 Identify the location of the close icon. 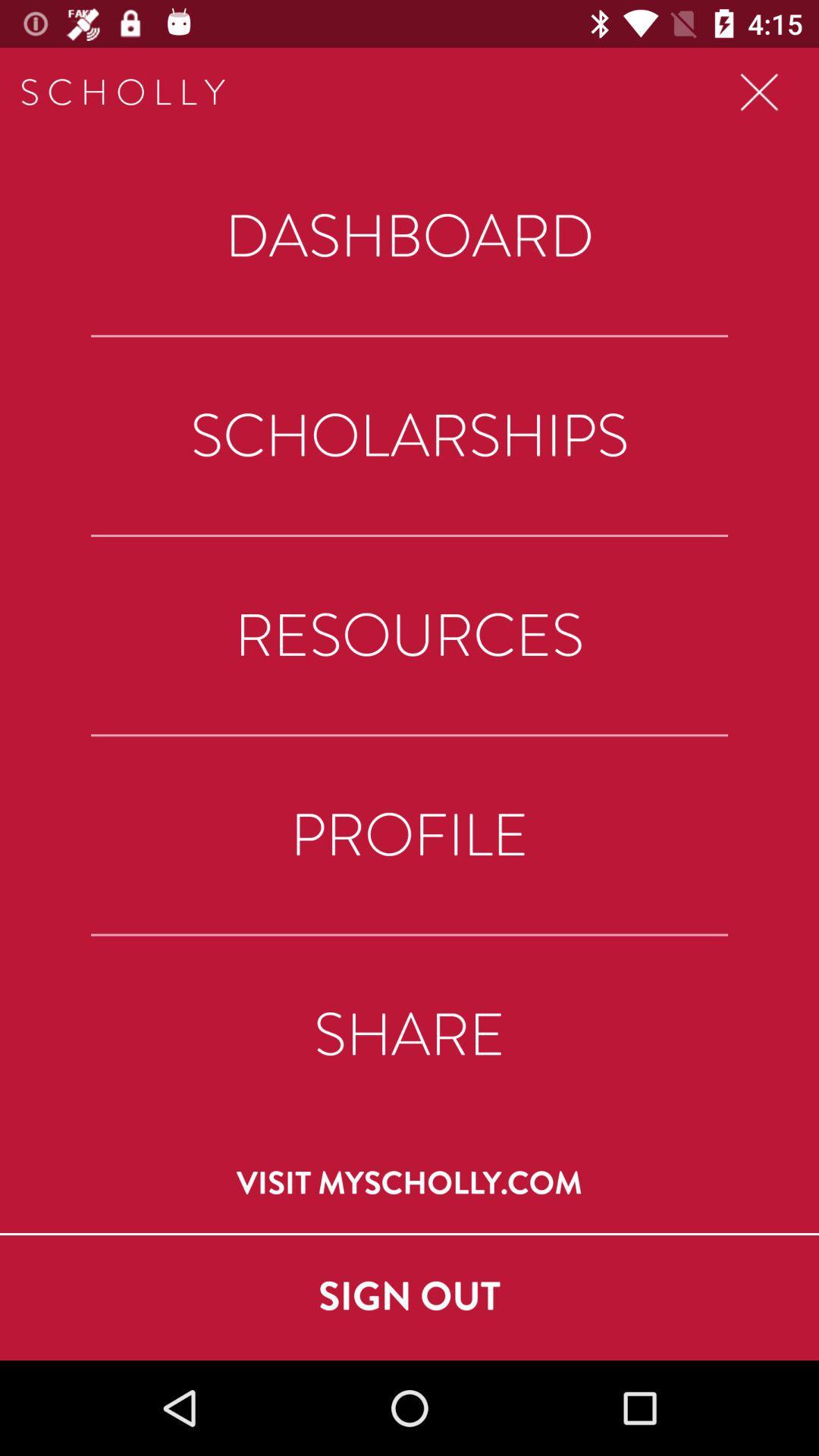
(759, 92).